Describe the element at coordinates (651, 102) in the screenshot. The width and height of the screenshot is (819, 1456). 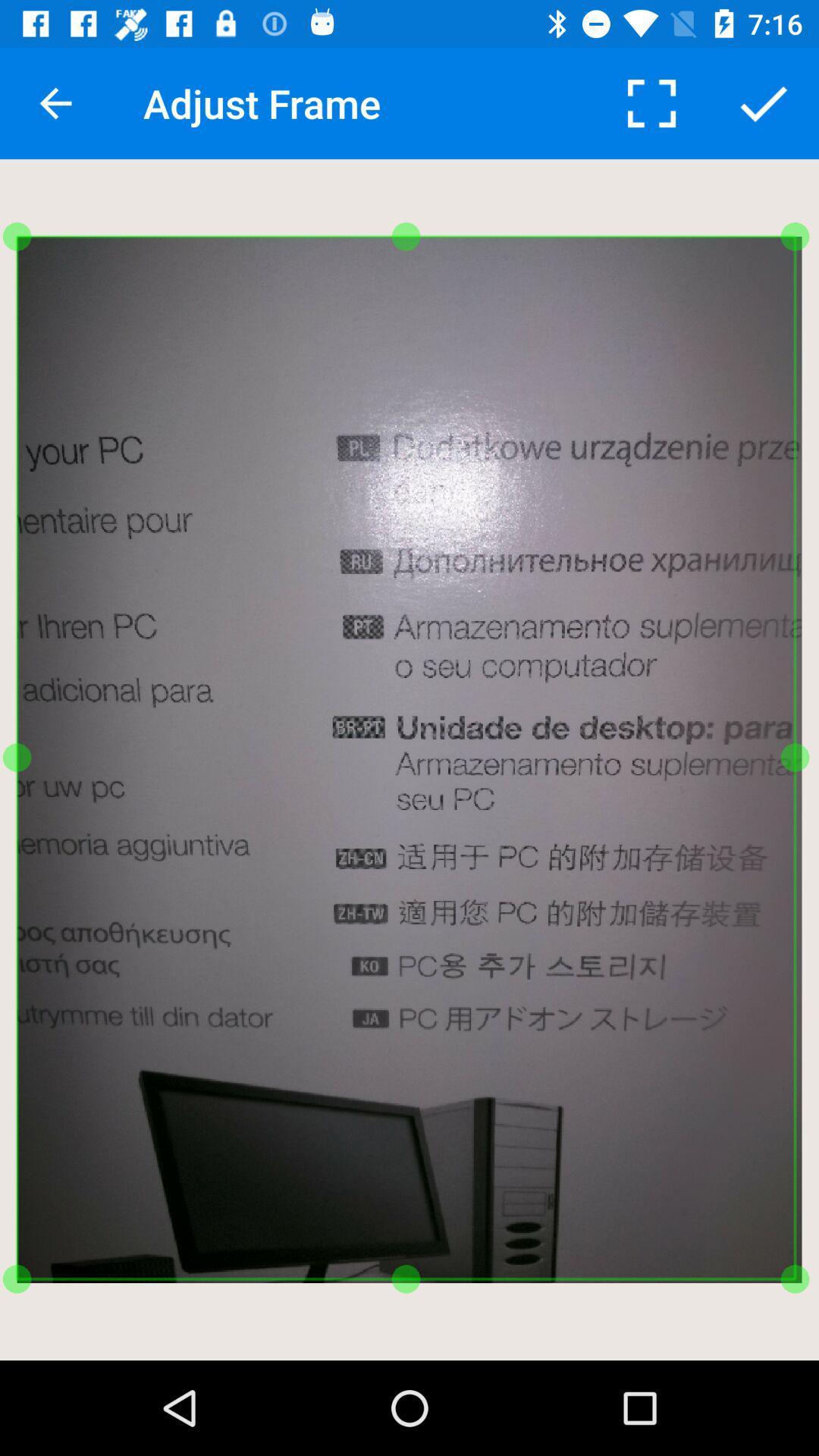
I see `the icon next to adjust frame` at that location.